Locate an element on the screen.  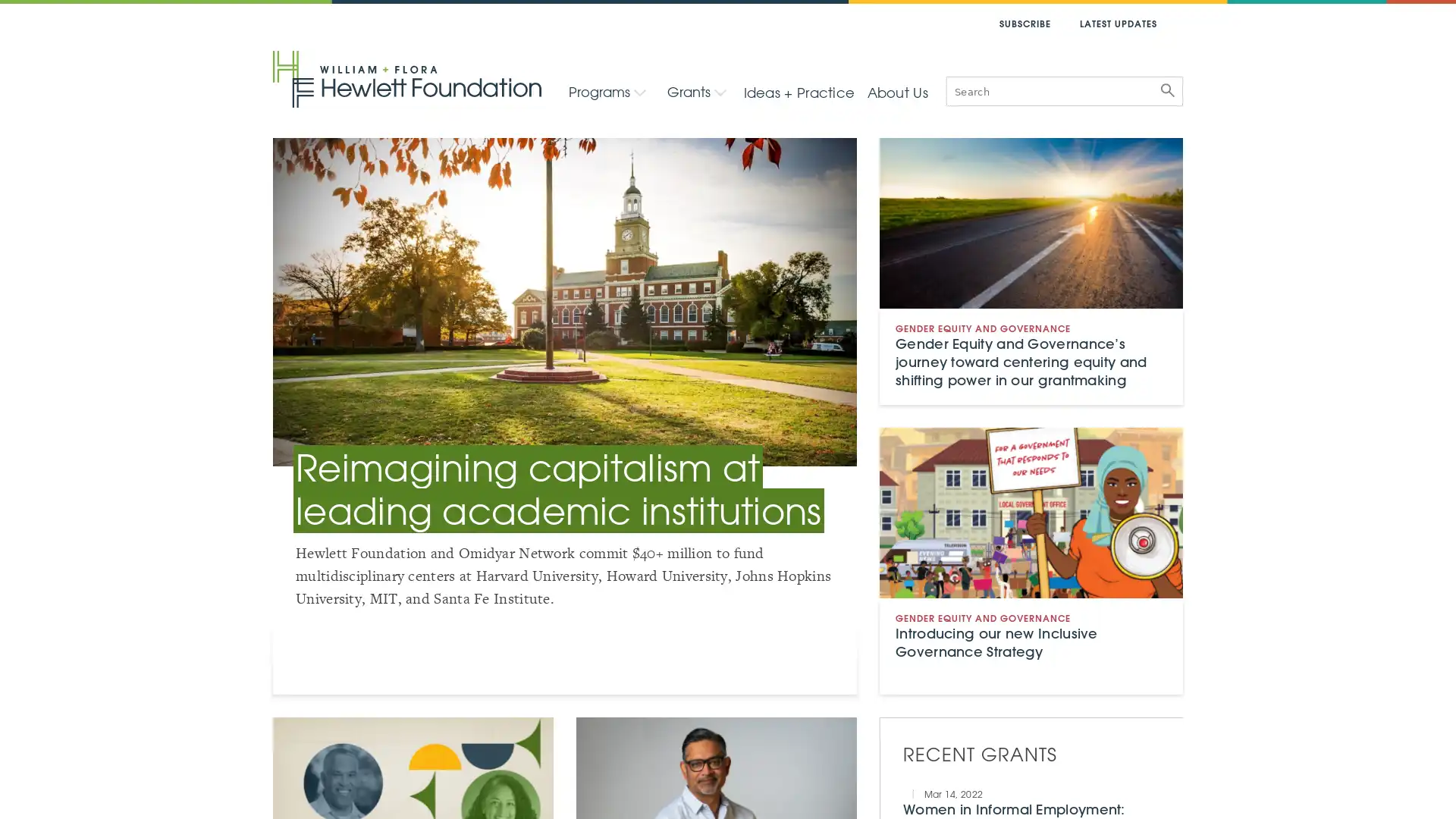
Programs is located at coordinates (607, 91).